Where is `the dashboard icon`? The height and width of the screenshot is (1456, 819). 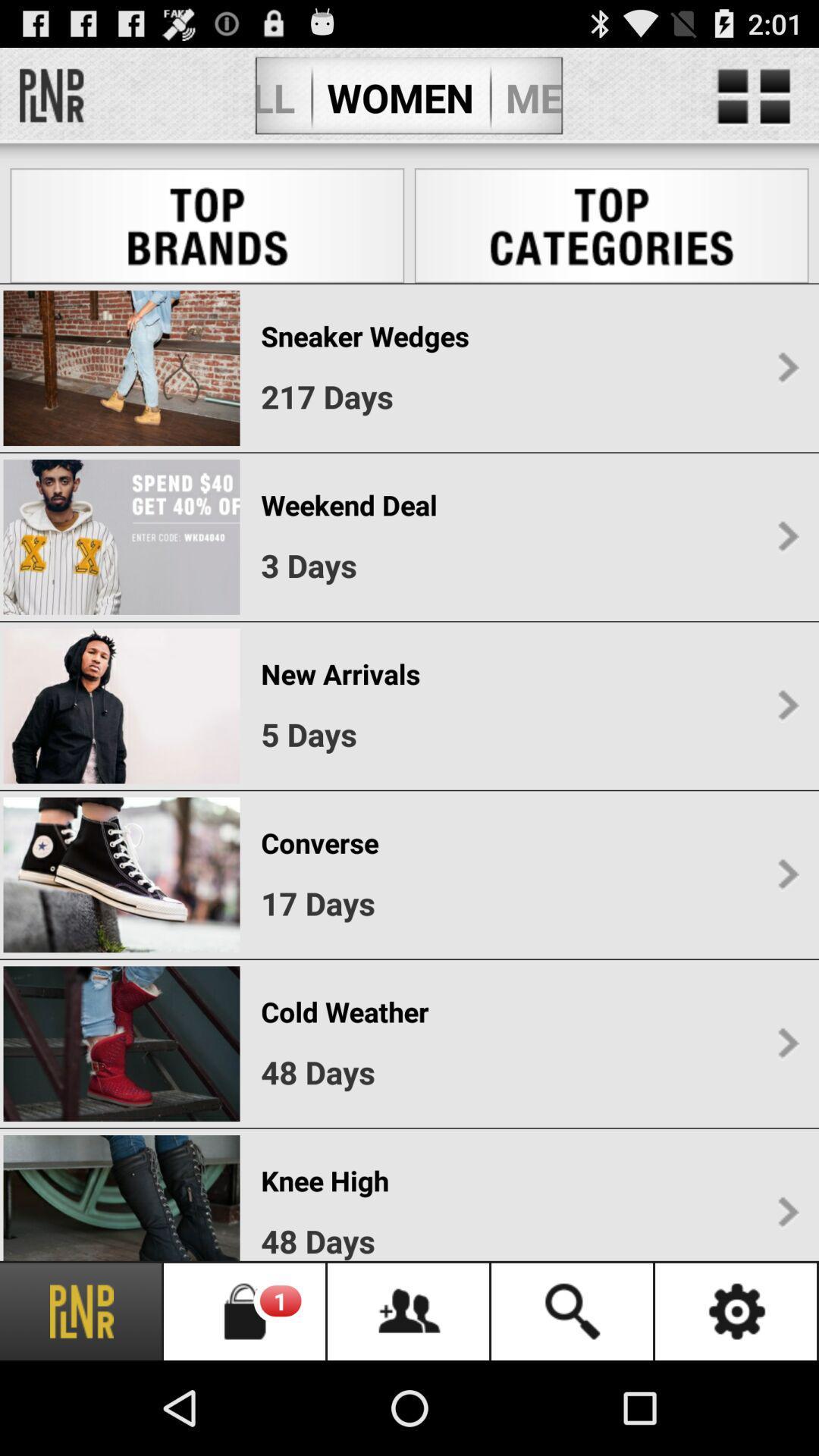 the dashboard icon is located at coordinates (754, 103).